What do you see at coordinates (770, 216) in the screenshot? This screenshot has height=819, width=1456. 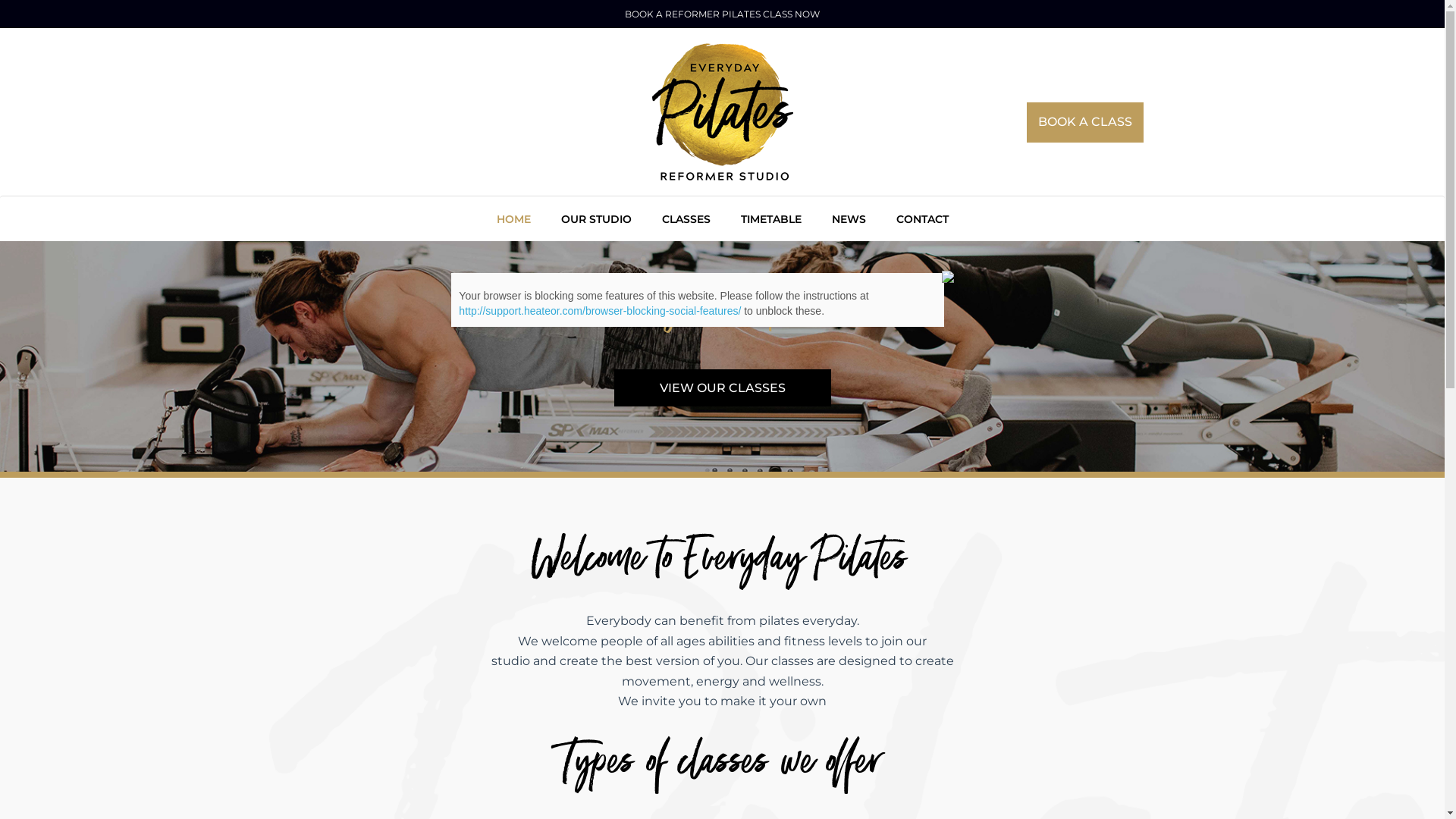 I see `'TIMETABLE'` at bounding box center [770, 216].